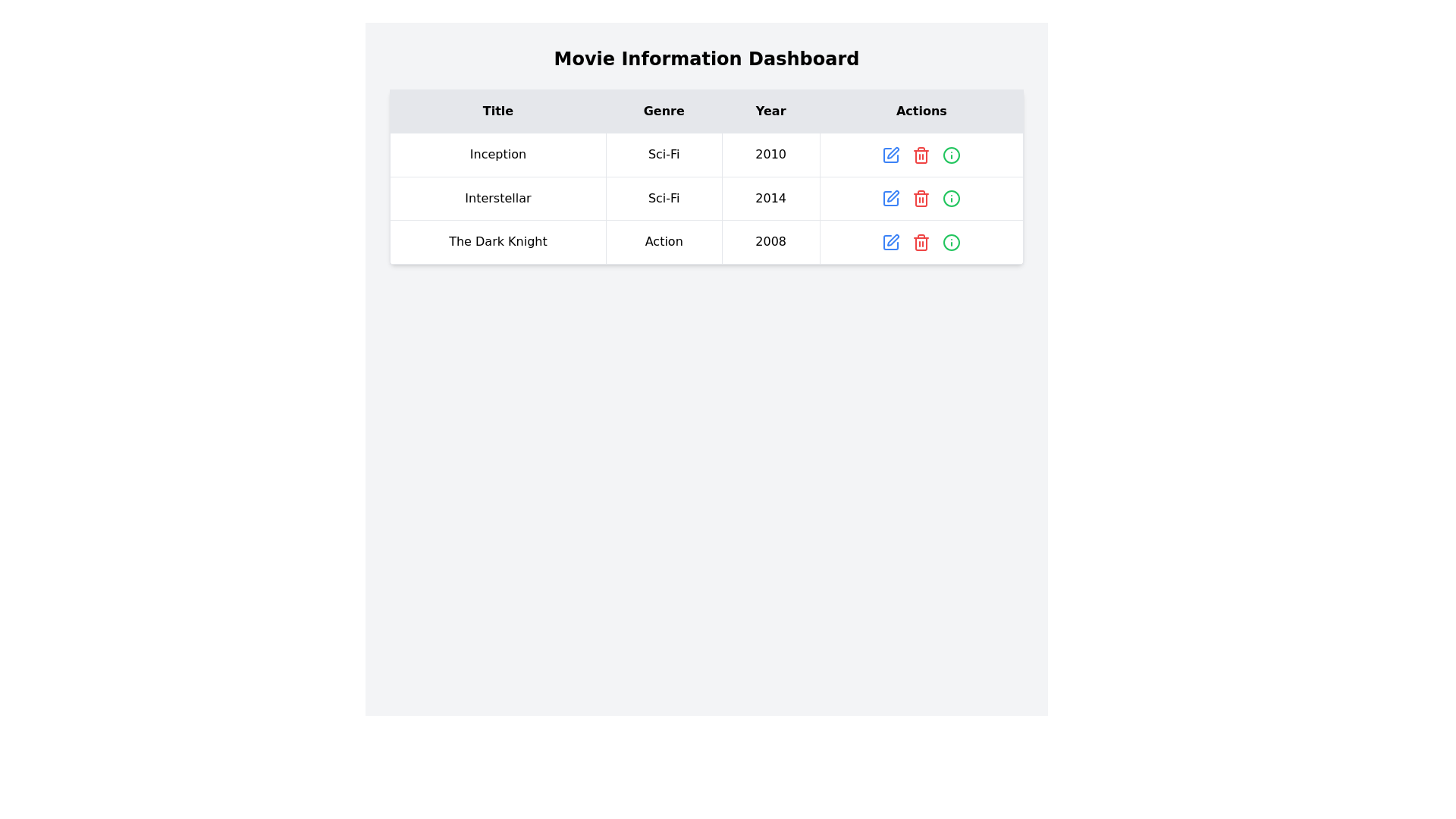  I want to click on the SVG-based info icon located in the second row of the 'Actions' column of the table, so click(951, 198).